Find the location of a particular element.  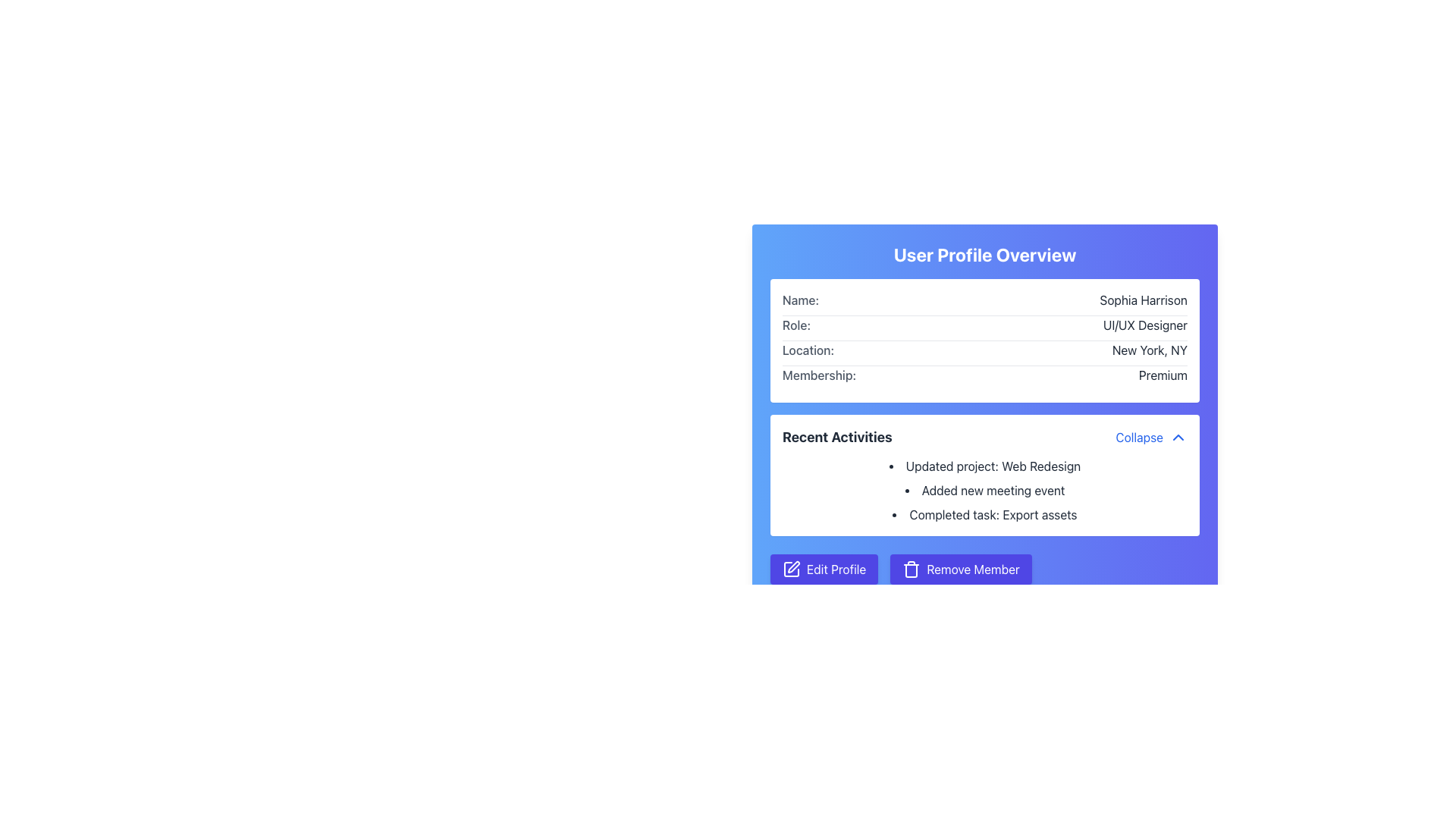

the toggle button on the far right of the 'Recent Activities' section is located at coordinates (1151, 438).